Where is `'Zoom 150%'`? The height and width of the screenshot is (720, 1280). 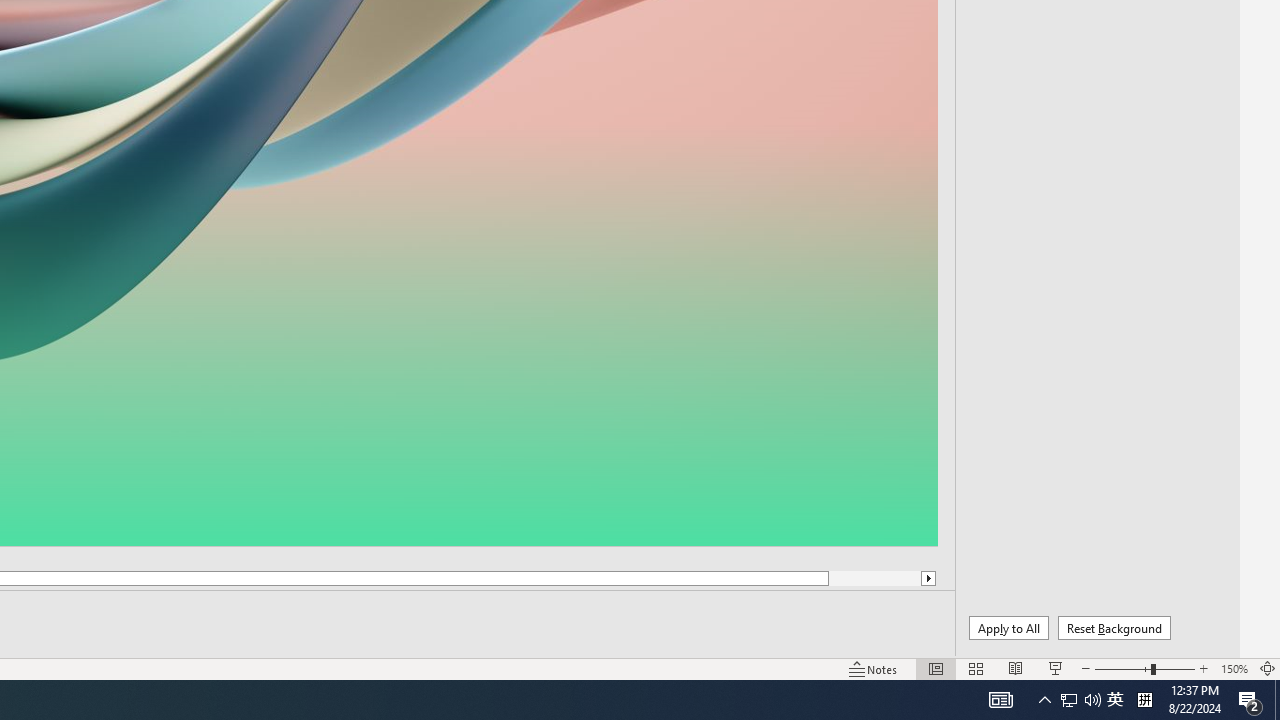 'Zoom 150%' is located at coordinates (1233, 669).